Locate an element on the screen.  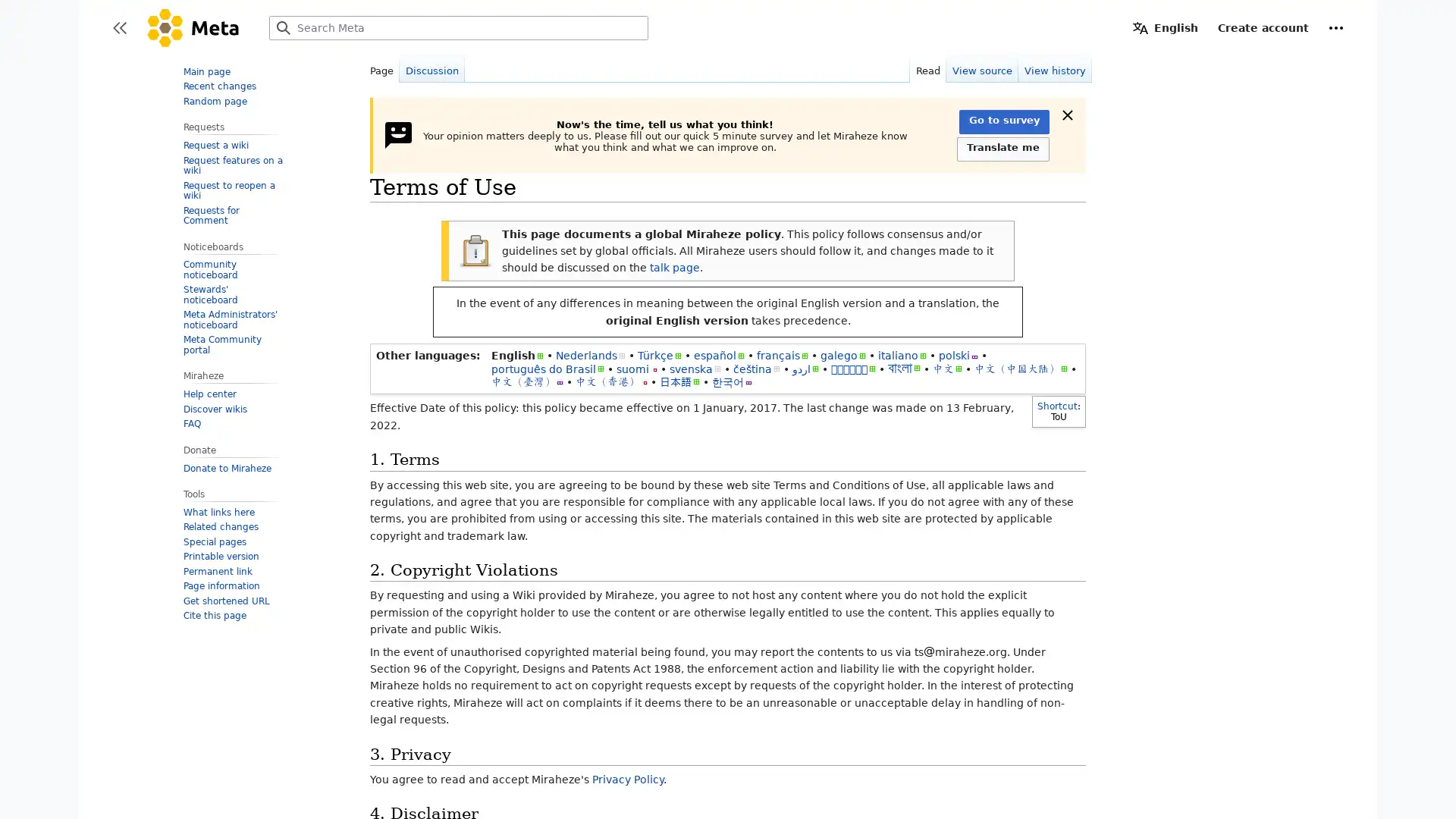
Go is located at coordinates (284, 28).